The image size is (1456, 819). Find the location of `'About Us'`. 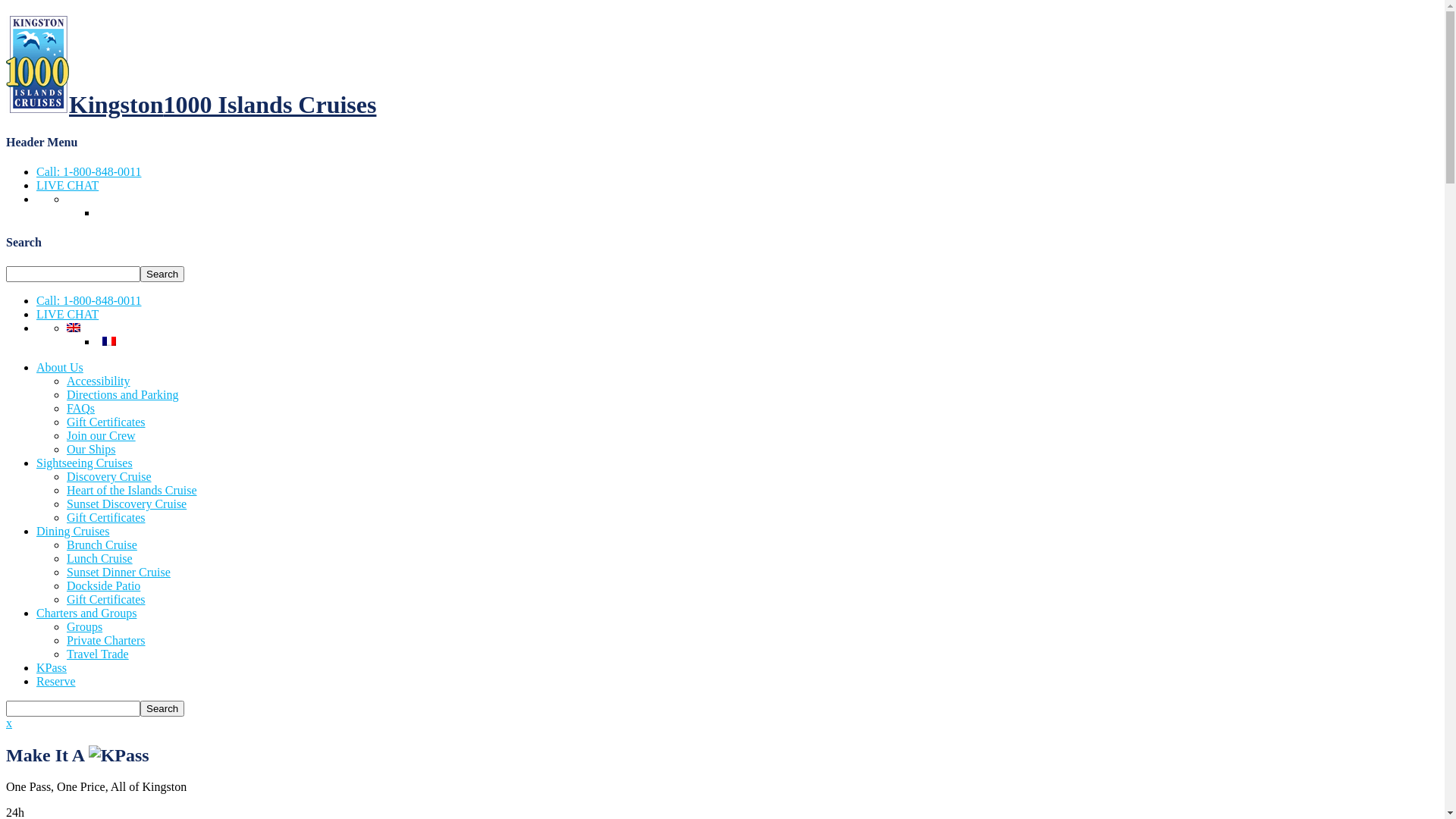

'About Us' is located at coordinates (59, 367).